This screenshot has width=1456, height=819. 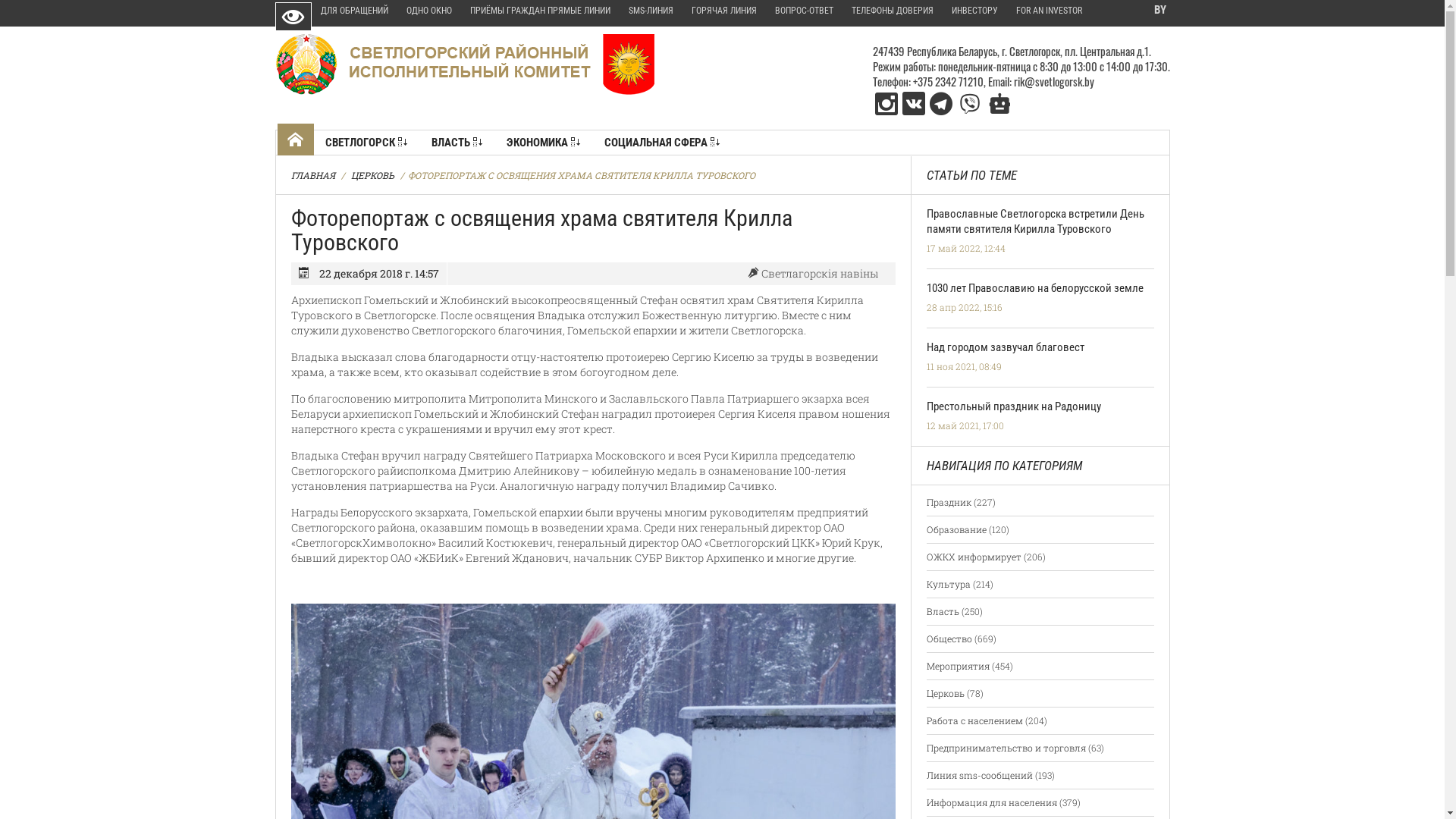 I want to click on 'FOR AN INVESTOR', so click(x=1048, y=11).